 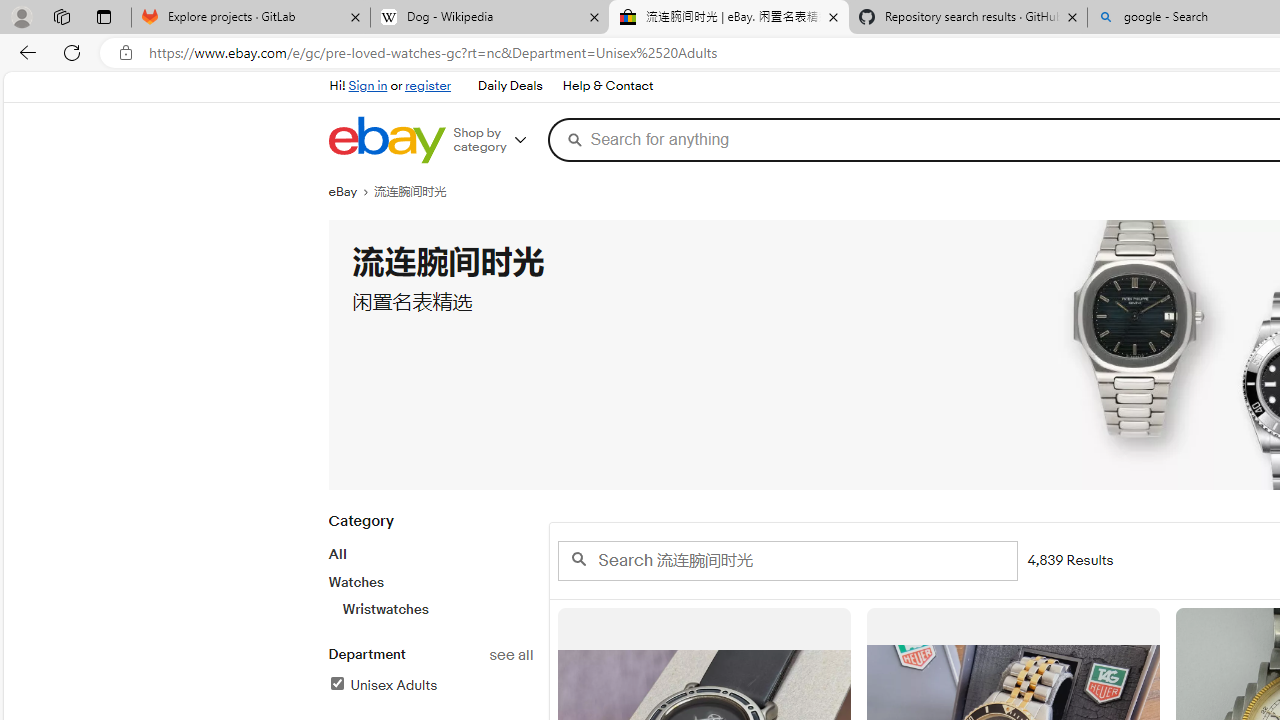 I want to click on 'WatchesWristwatches', so click(x=429, y=594).